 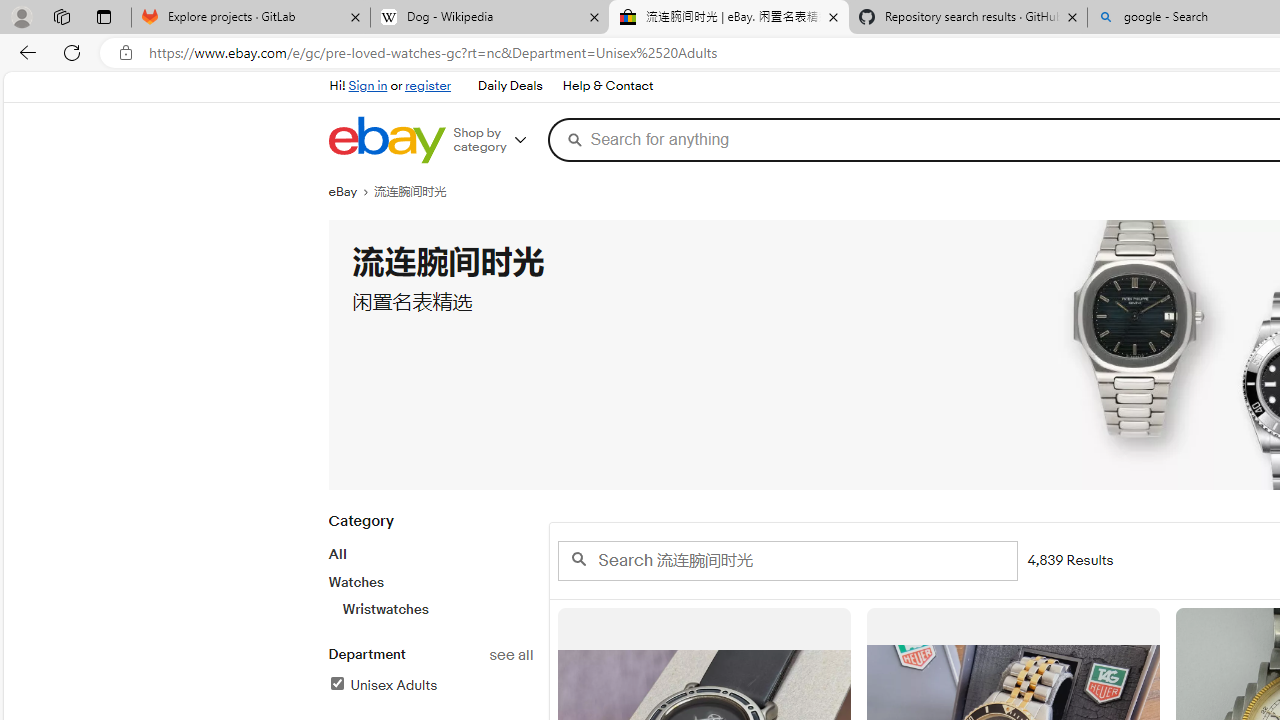 I want to click on 'WatchesWristwatches', so click(x=429, y=594).